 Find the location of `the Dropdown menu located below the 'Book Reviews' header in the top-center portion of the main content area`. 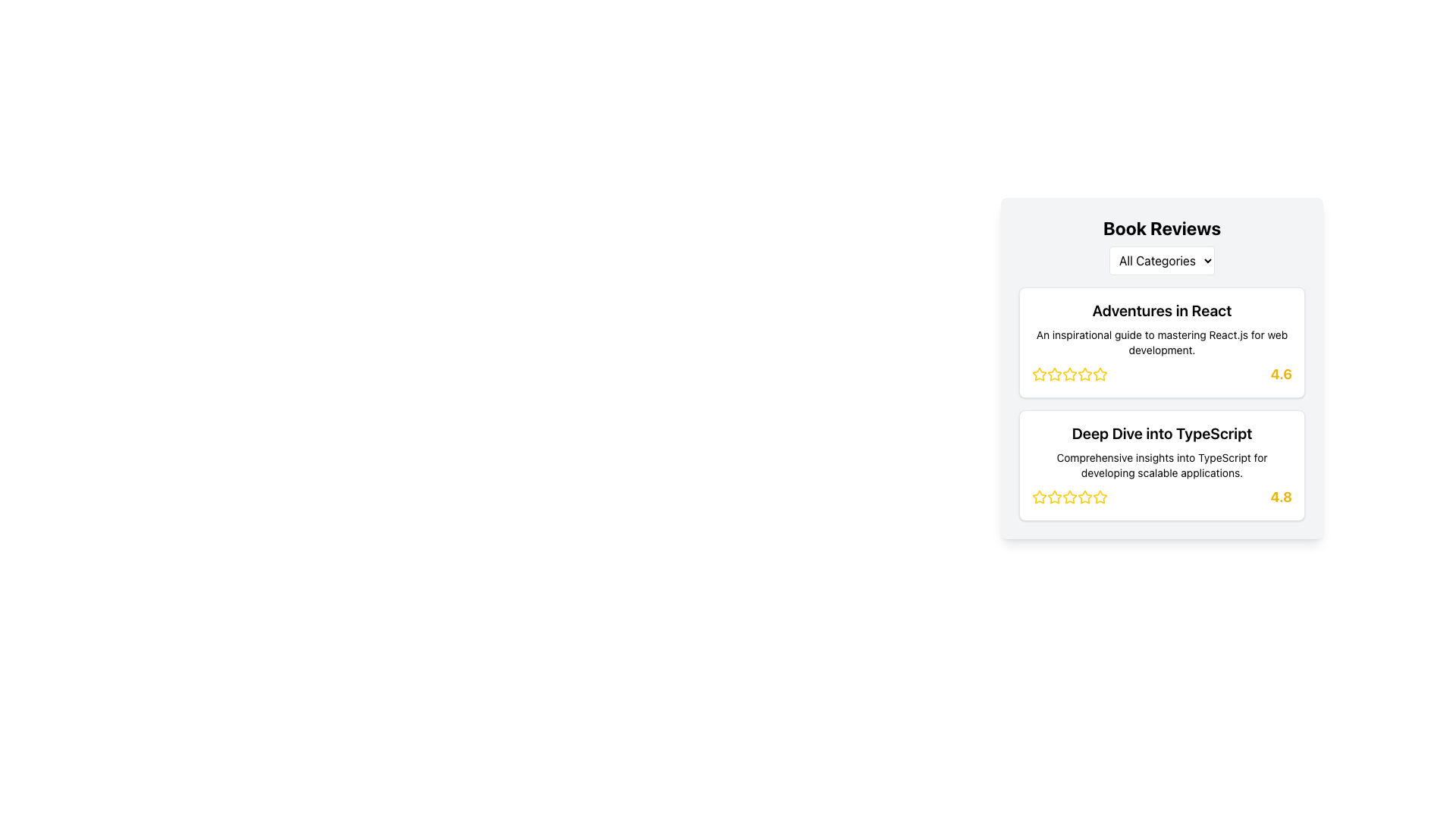

the Dropdown menu located below the 'Book Reviews' header in the top-center portion of the main content area is located at coordinates (1161, 259).